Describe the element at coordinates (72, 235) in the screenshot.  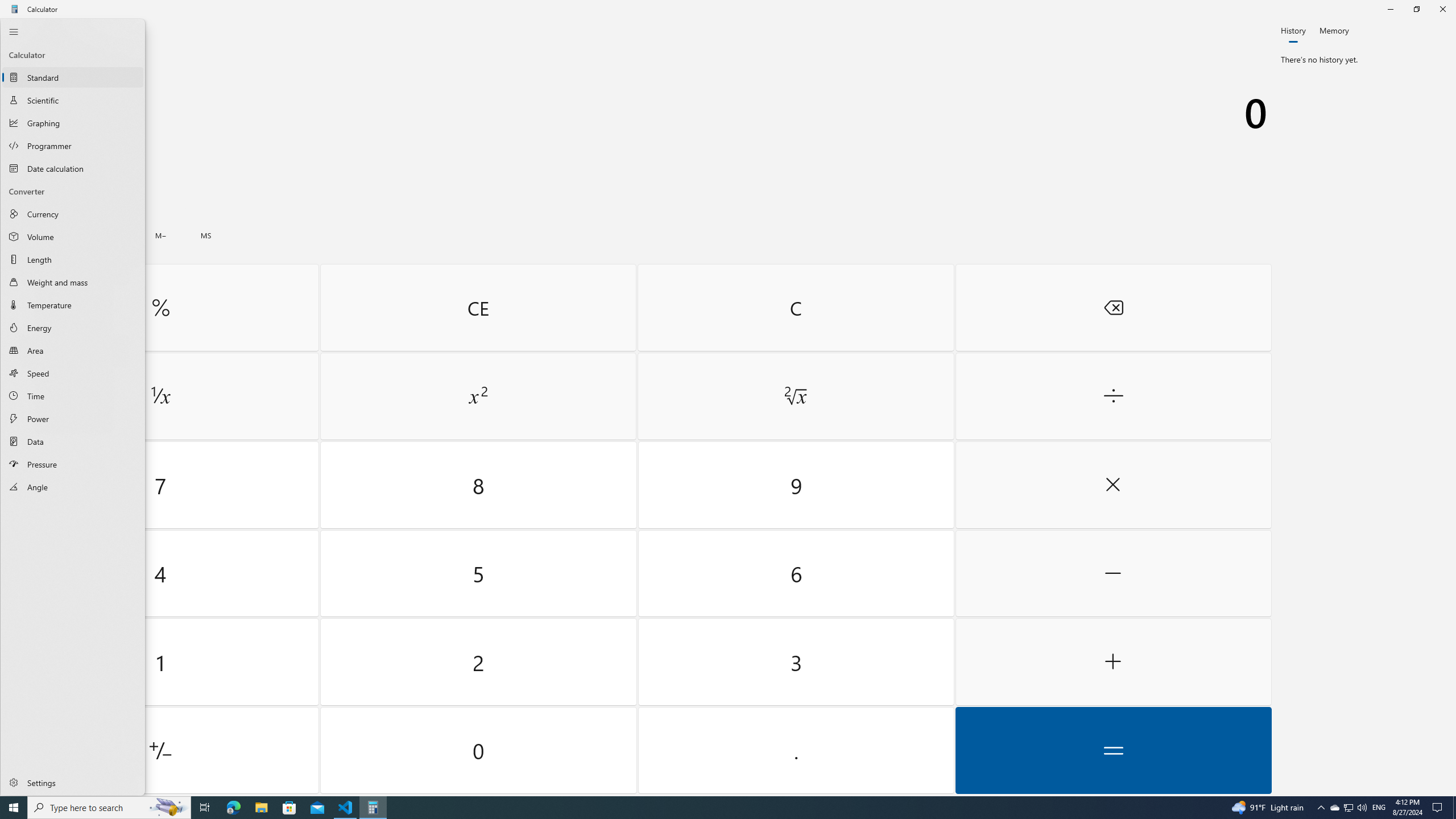
I see `'Volume Converter'` at that location.